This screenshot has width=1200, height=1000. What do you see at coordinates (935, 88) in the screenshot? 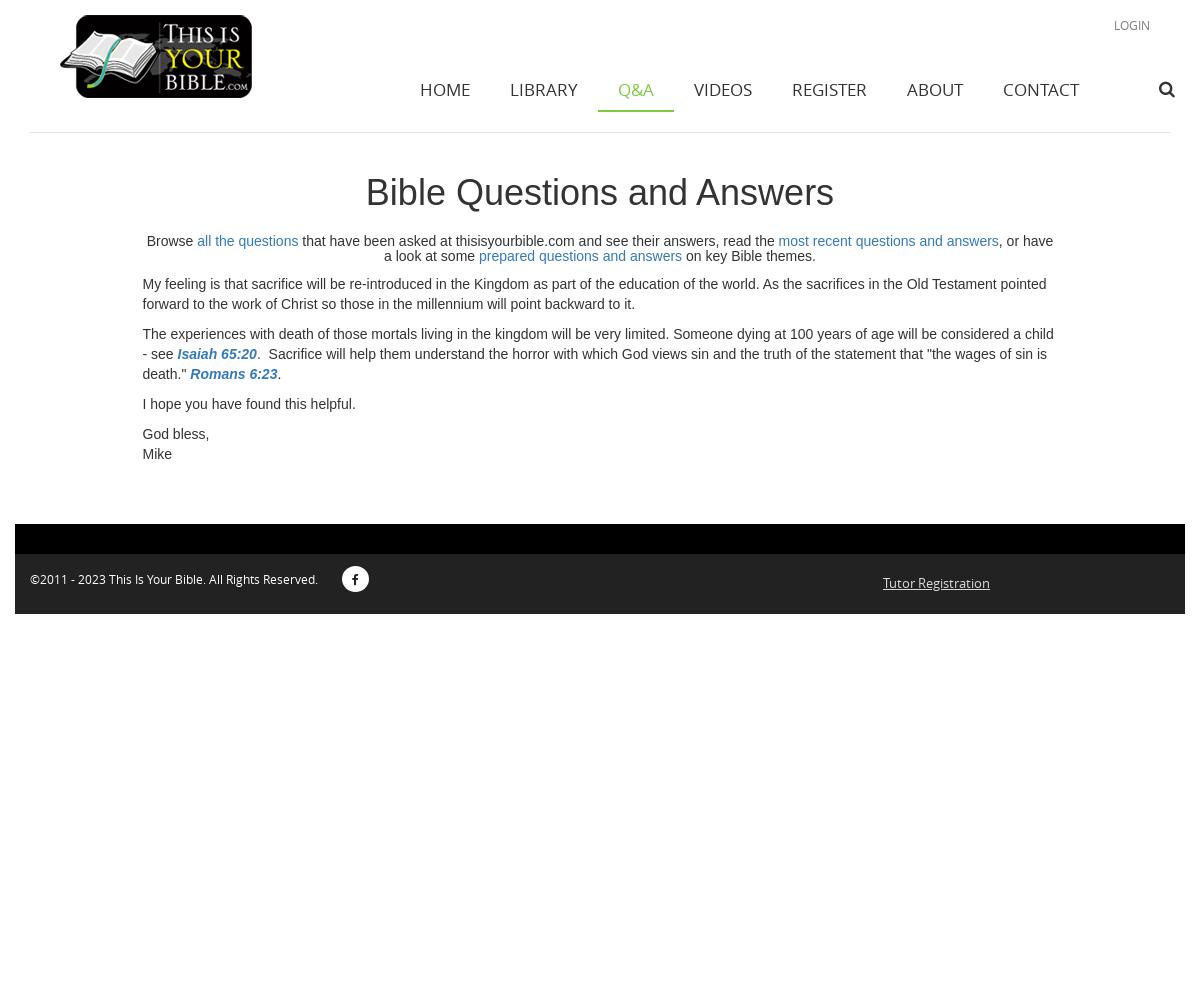
I see `'ABOUT'` at bounding box center [935, 88].